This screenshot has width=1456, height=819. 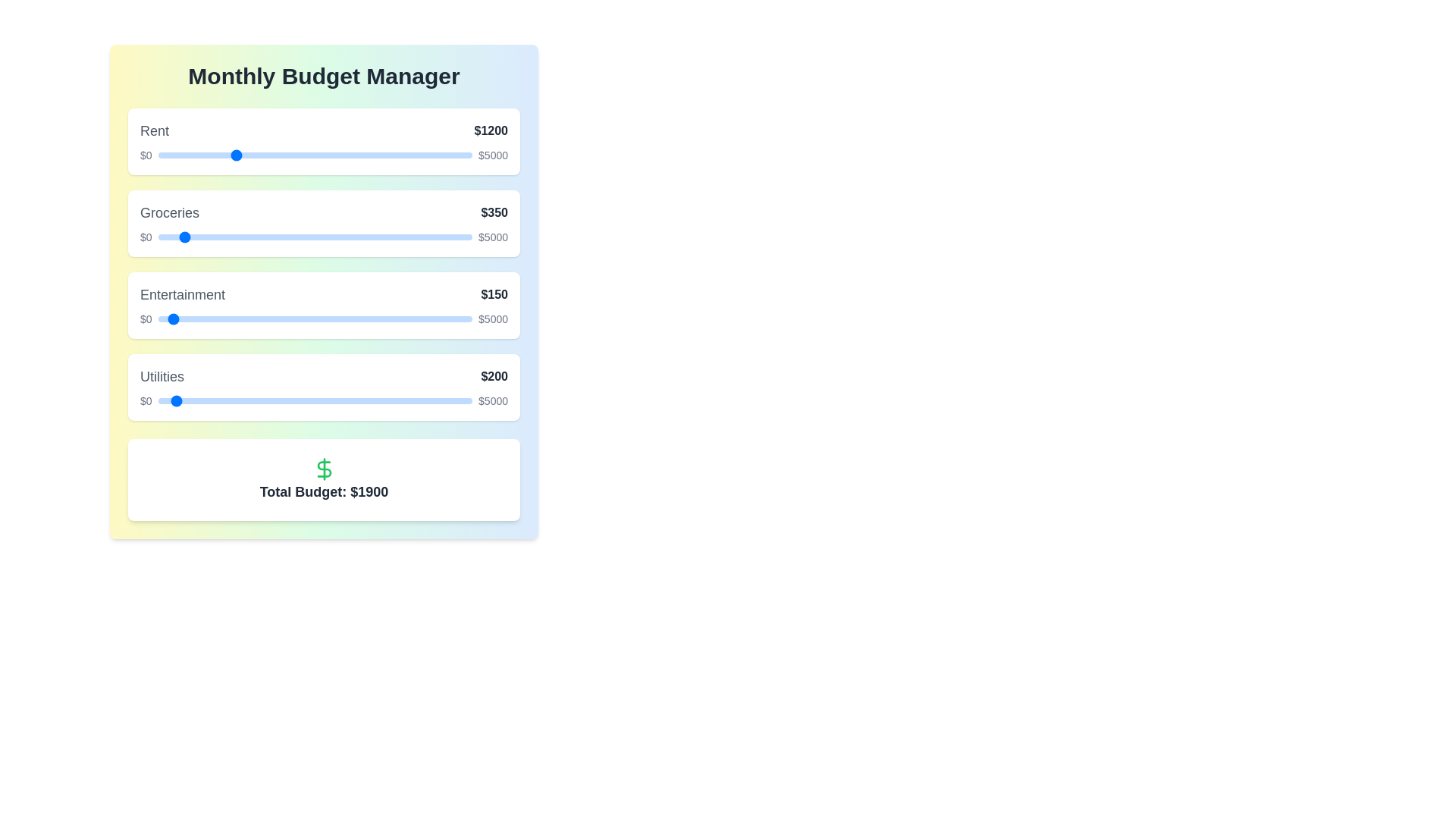 I want to click on the text label that reads 'Utilities' which is styled with a medium-sized font and gray color, located in the fourth section from the top of the vertical budget items list, so click(x=162, y=376).